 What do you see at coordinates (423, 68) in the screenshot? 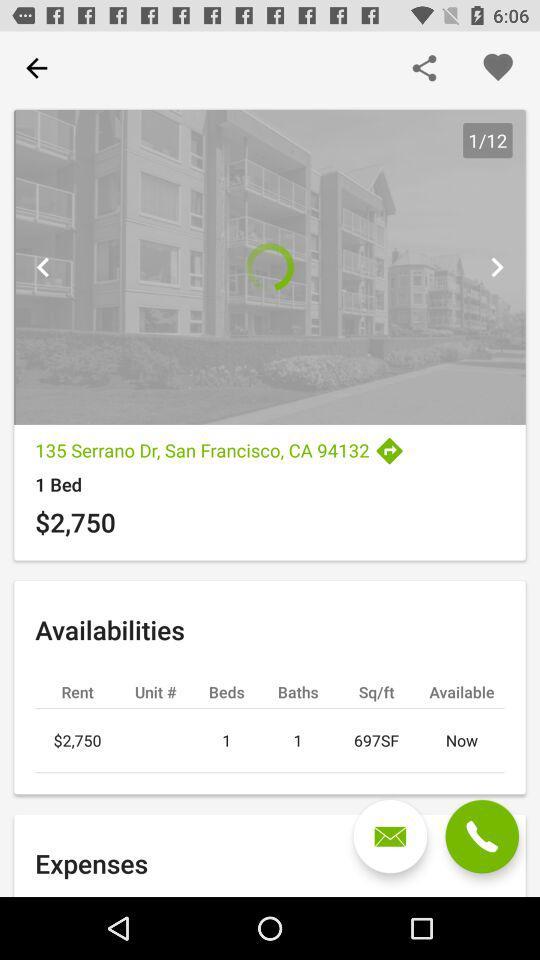
I see `share` at bounding box center [423, 68].